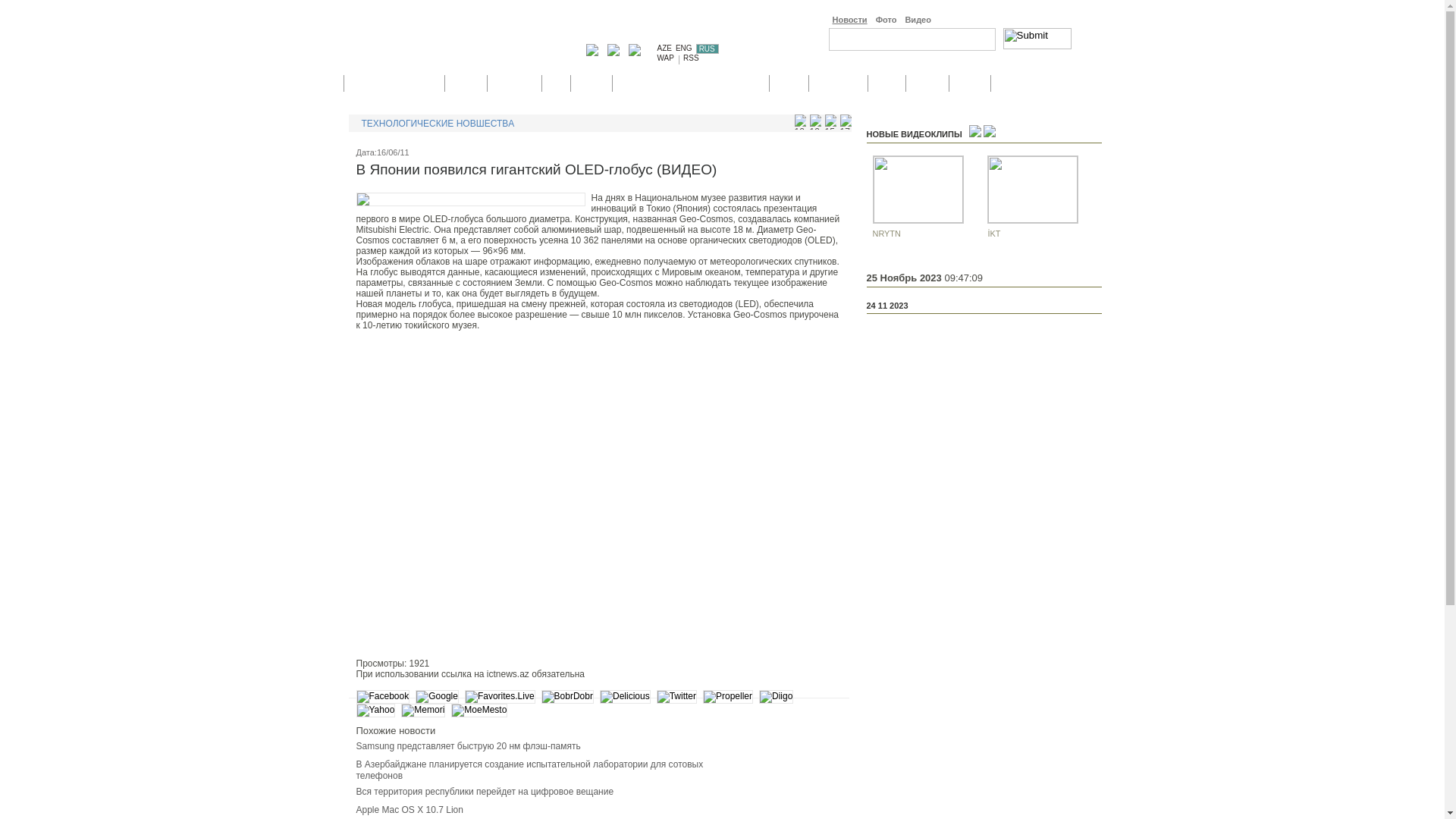 The width and height of the screenshot is (1456, 819). Describe the element at coordinates (683, 47) in the screenshot. I see `'ENG'` at that location.